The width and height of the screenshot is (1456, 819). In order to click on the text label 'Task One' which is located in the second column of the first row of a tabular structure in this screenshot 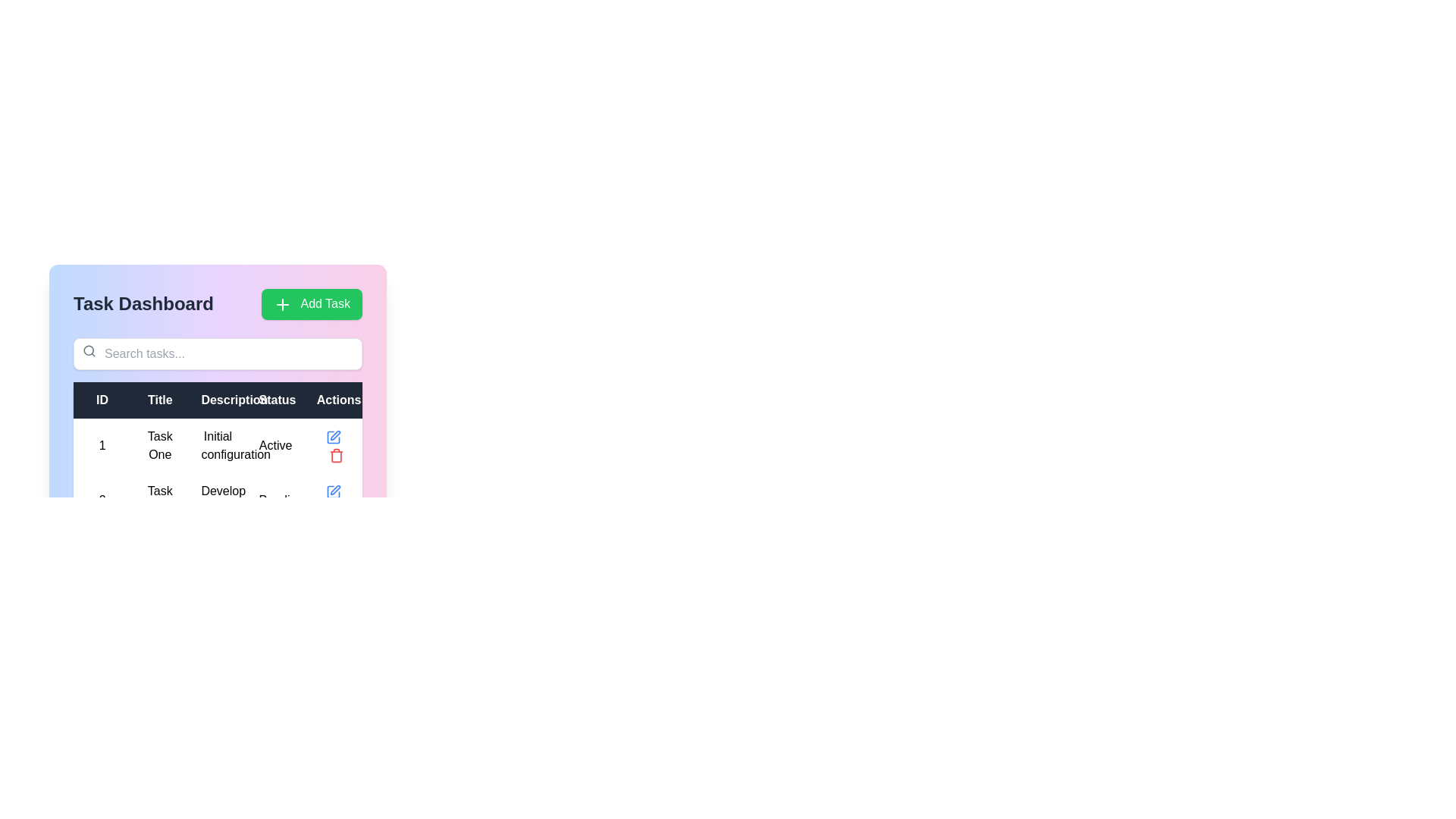, I will do `click(160, 444)`.